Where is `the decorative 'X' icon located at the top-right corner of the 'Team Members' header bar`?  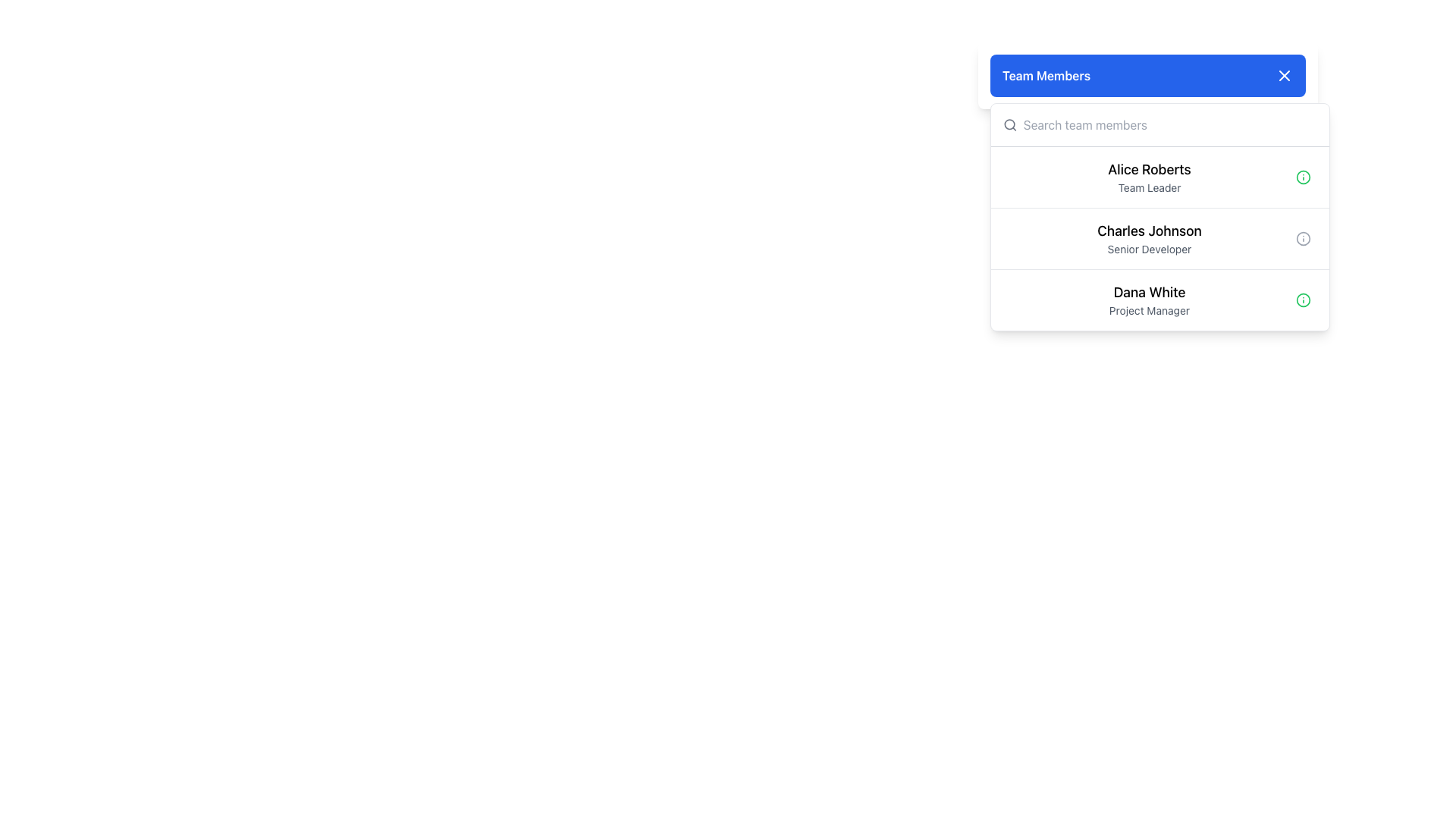 the decorative 'X' icon located at the top-right corner of the 'Team Members' header bar is located at coordinates (1284, 76).